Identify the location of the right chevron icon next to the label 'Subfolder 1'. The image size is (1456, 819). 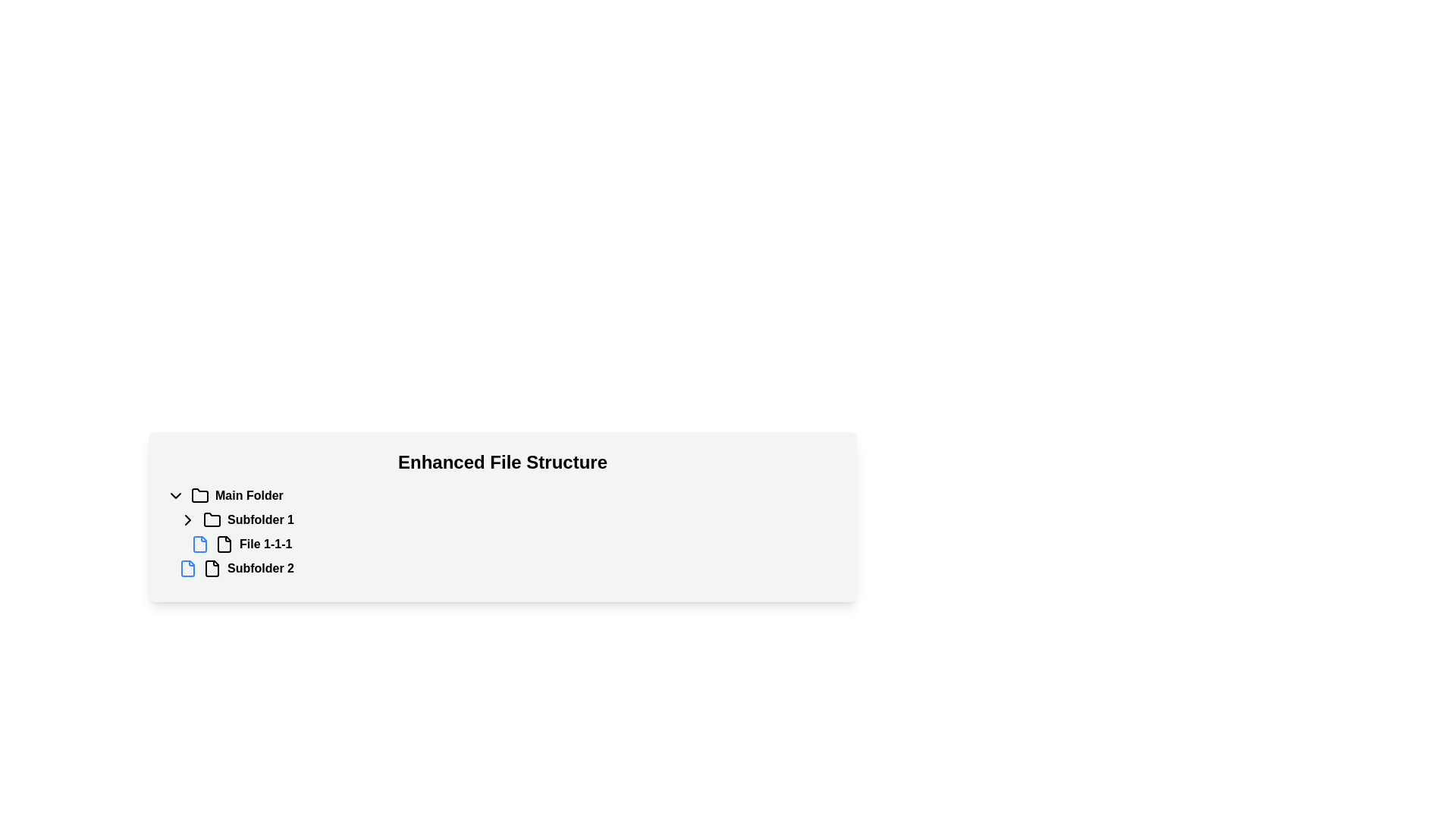
(187, 519).